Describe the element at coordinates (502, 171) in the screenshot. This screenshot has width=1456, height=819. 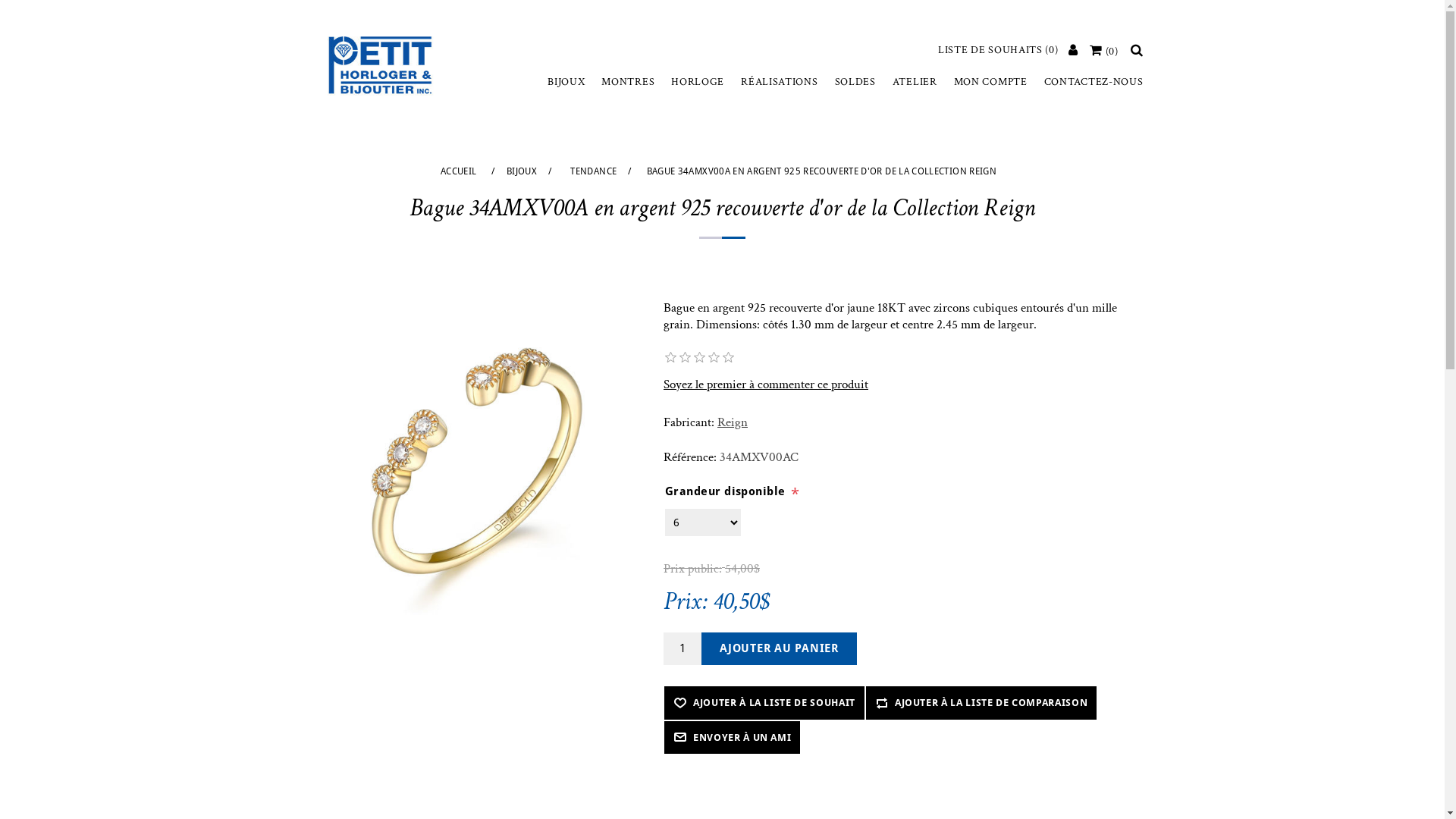
I see `'BIJOUX'` at that location.